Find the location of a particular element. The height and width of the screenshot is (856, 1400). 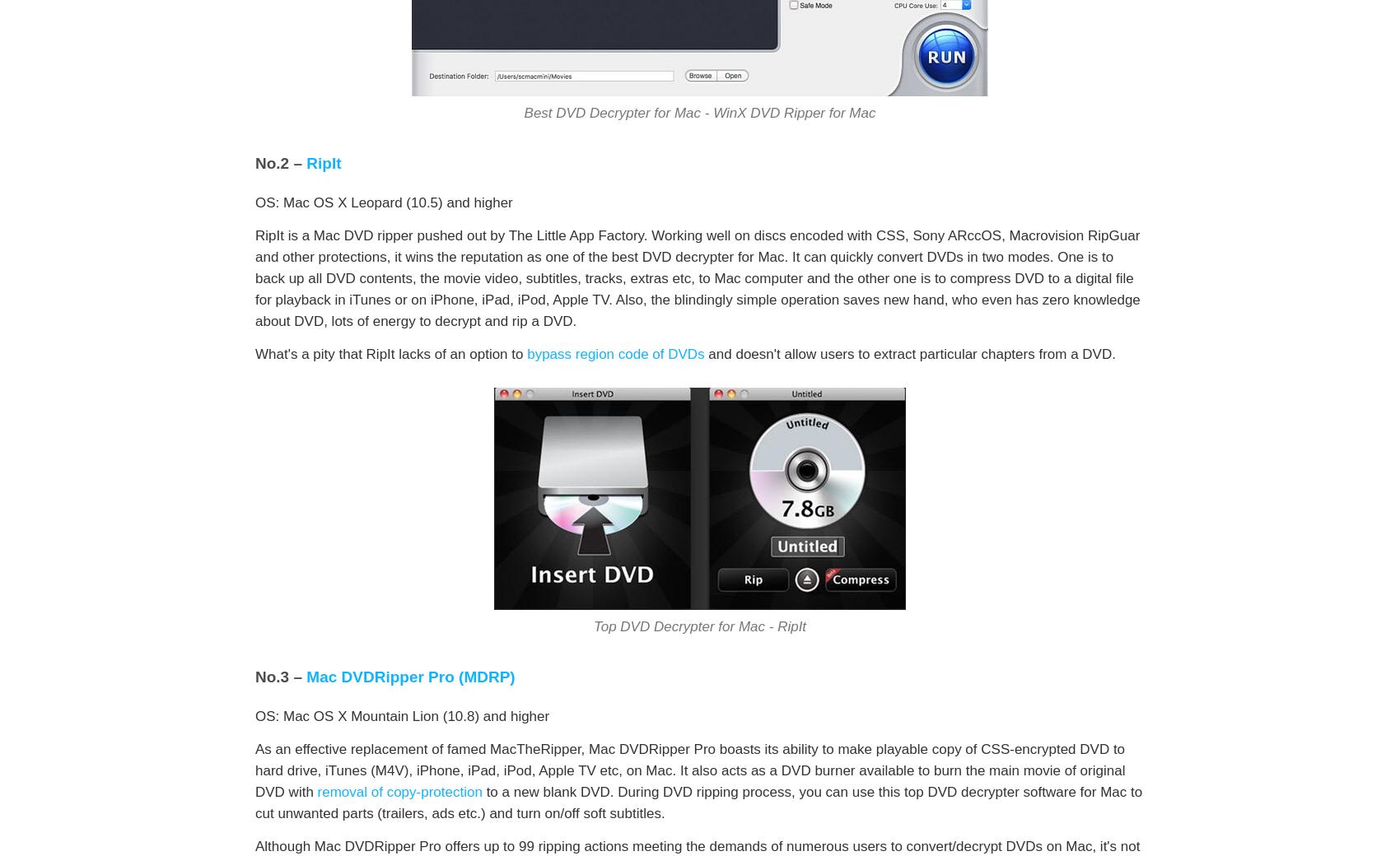

'Best DVD Decrypter for Mac - WinX DVD Ripper for Mac' is located at coordinates (698, 113).